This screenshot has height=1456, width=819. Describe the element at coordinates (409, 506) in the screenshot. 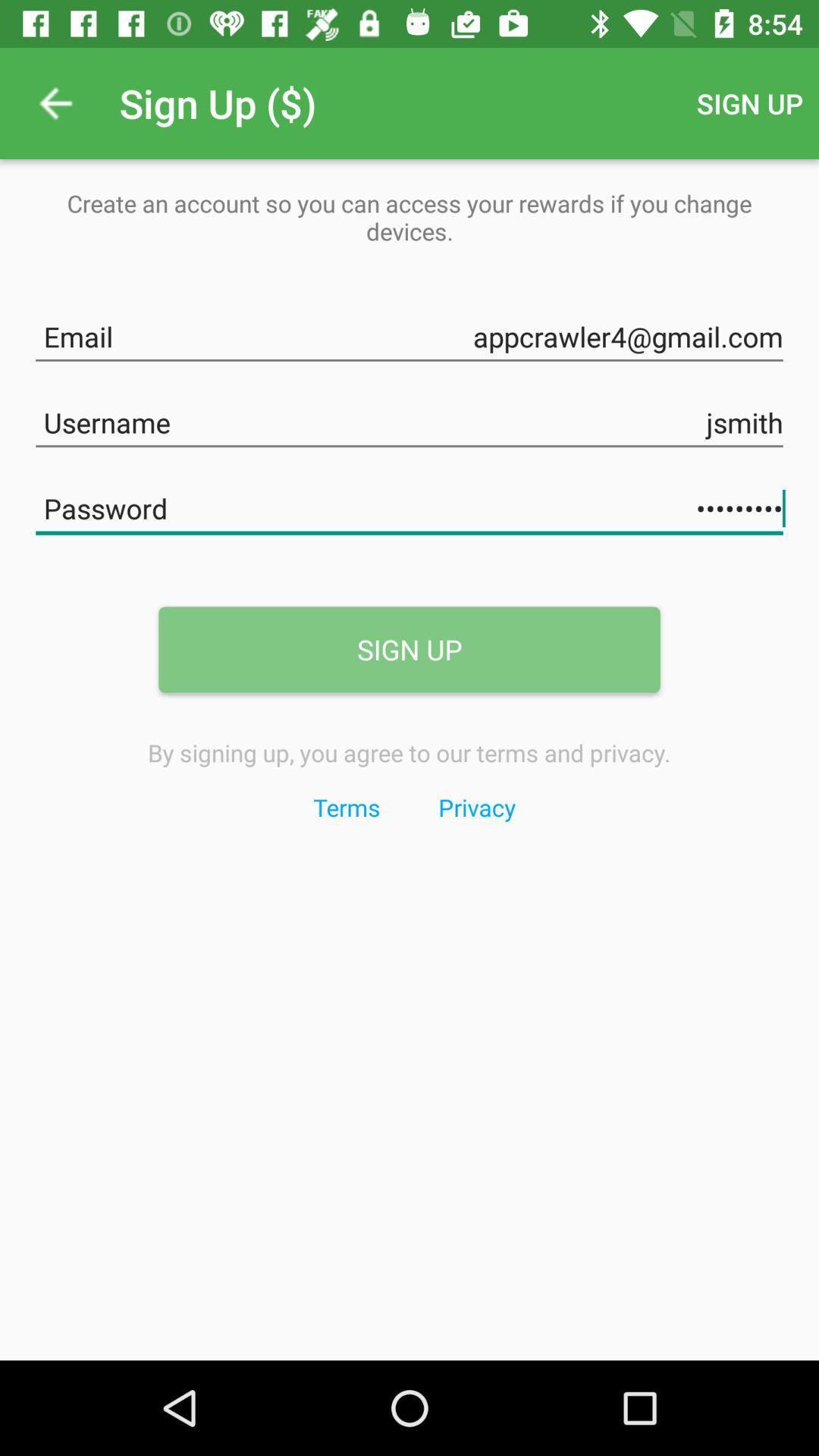

I see `item above the sign up item` at that location.